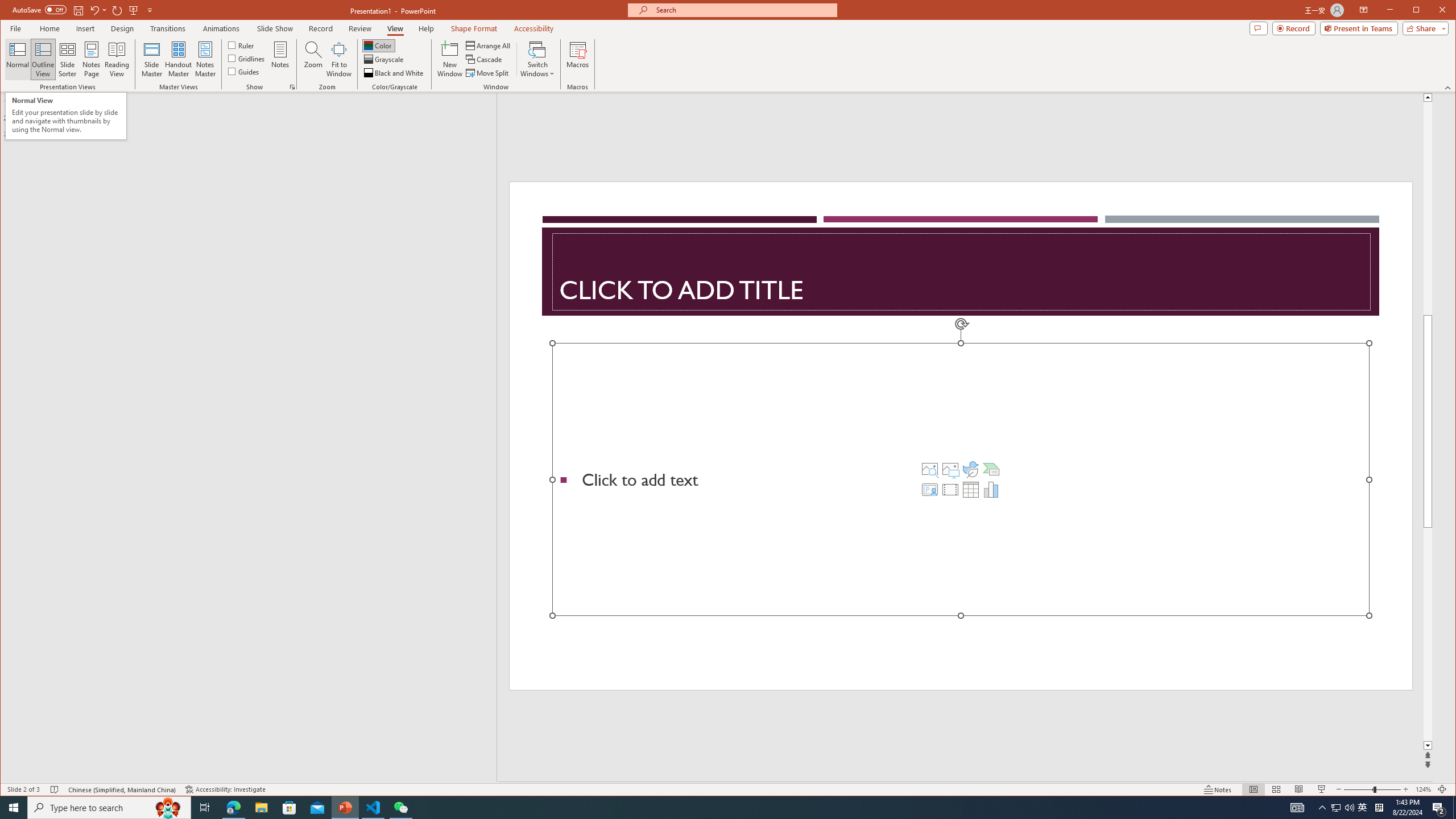 This screenshot has height=819, width=1456. Describe the element at coordinates (960, 479) in the screenshot. I see `'Content Placeholder'` at that location.